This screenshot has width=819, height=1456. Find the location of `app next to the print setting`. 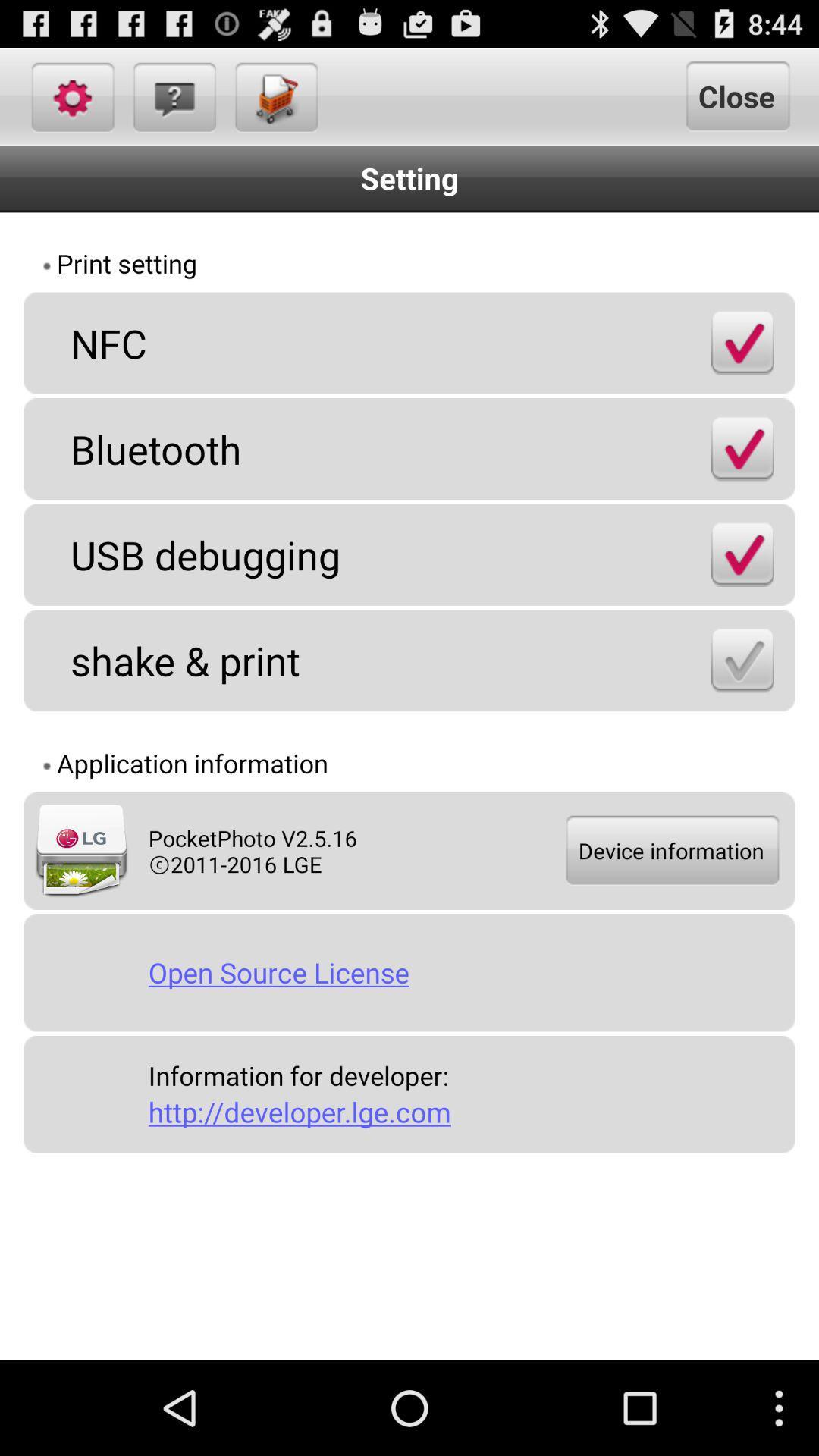

app next to the print setting is located at coordinates (695, 265).